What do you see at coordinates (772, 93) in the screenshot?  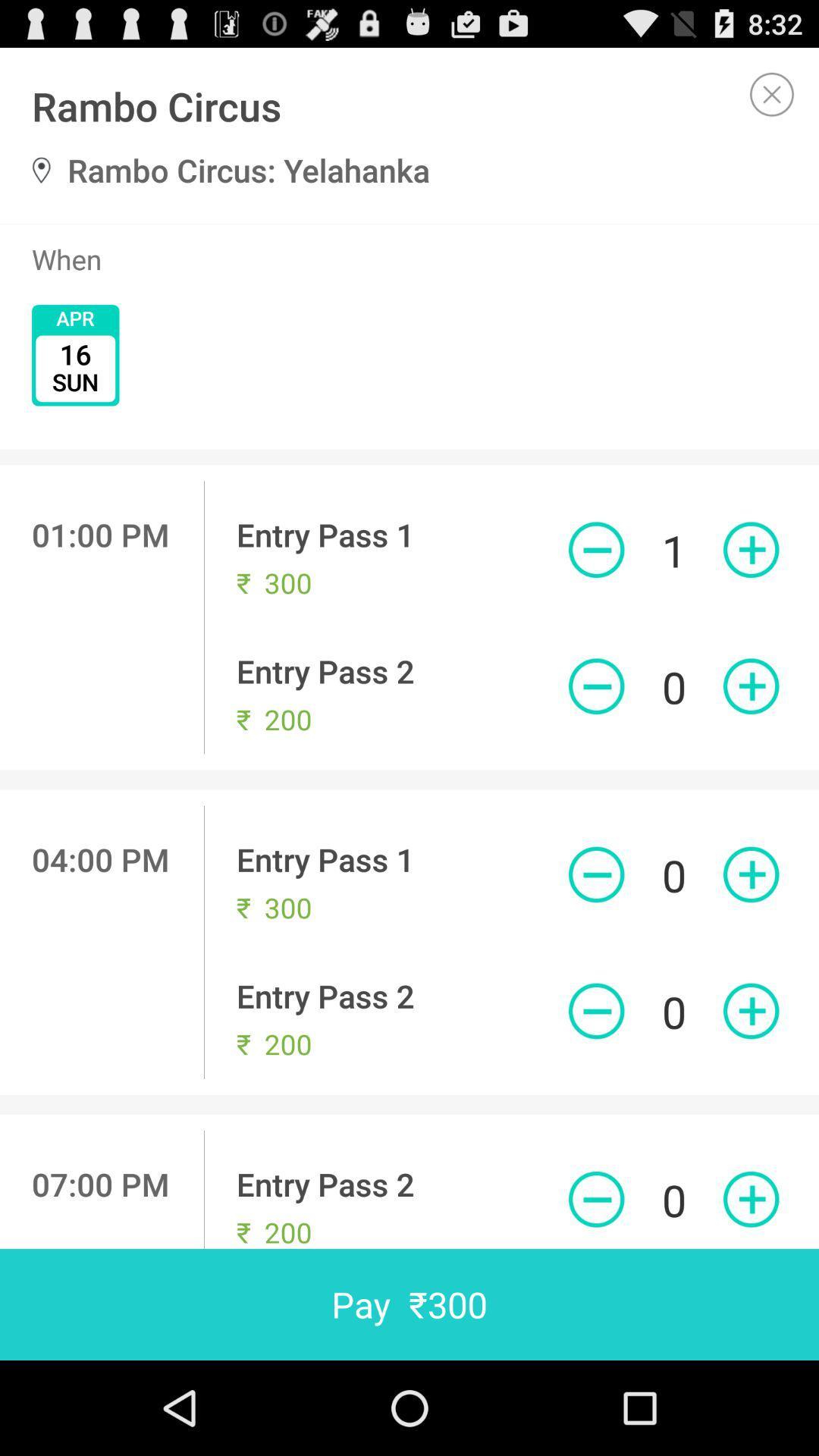 I see `exit selected screening` at bounding box center [772, 93].